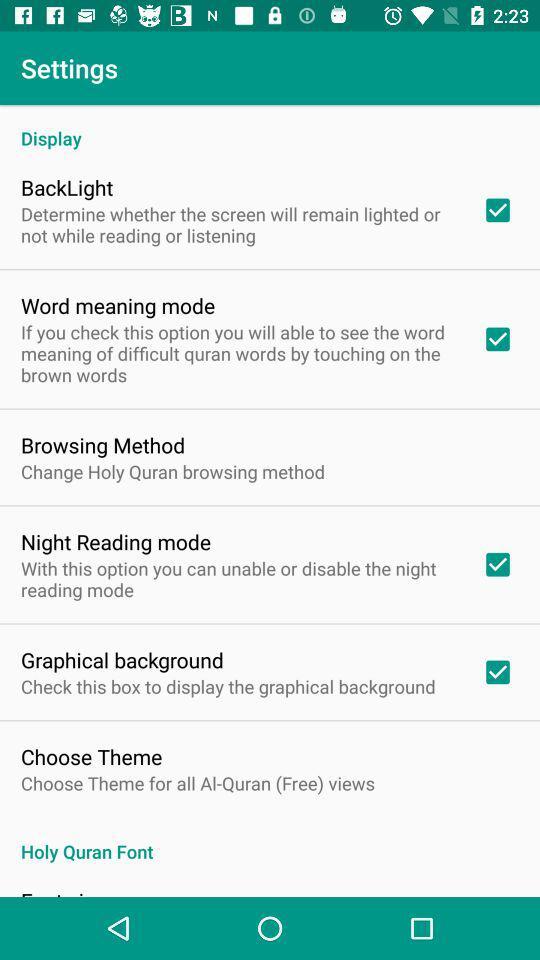 The image size is (540, 960). What do you see at coordinates (67, 187) in the screenshot?
I see `backlight item` at bounding box center [67, 187].